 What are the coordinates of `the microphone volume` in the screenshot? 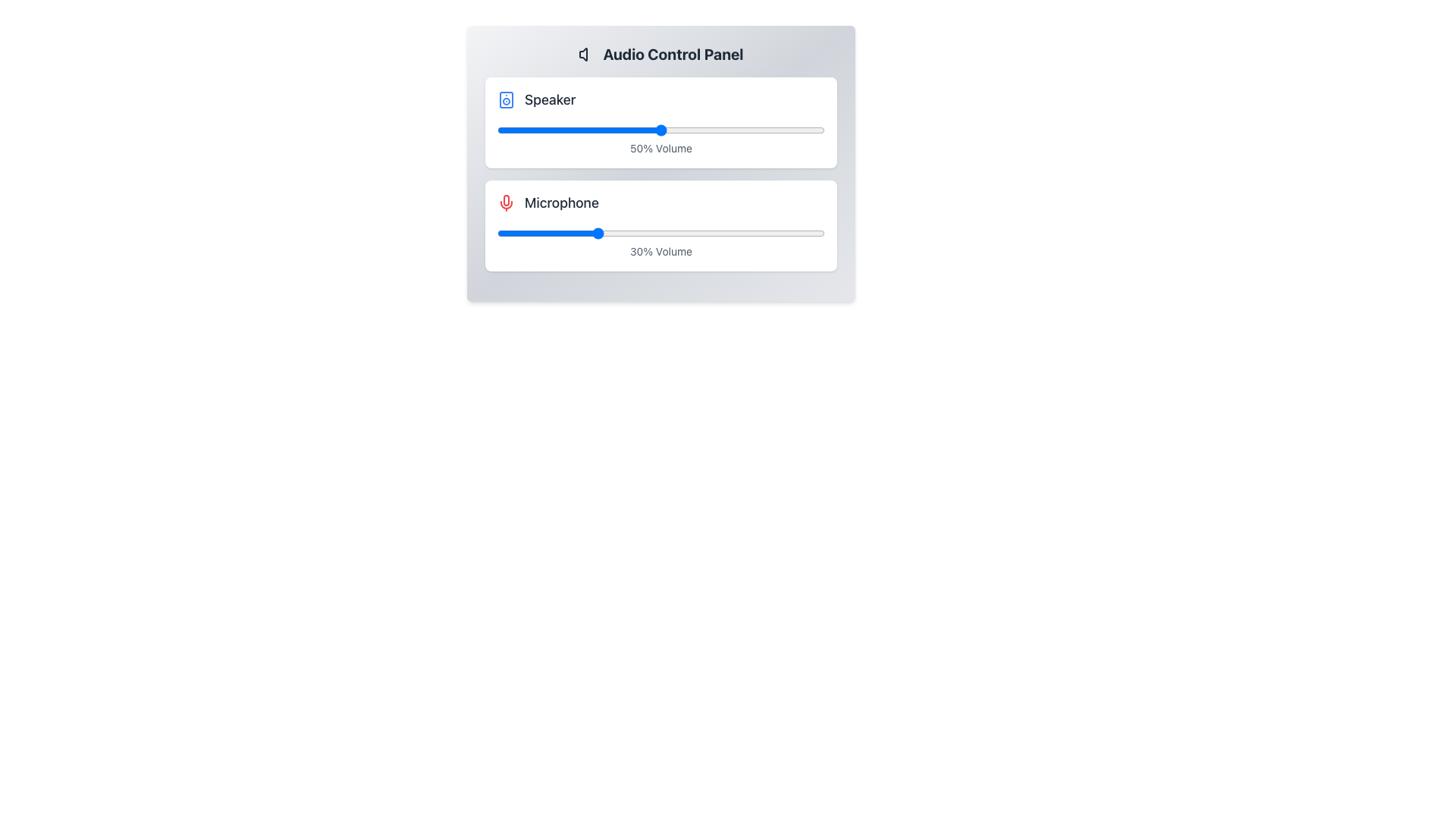 It's located at (805, 234).